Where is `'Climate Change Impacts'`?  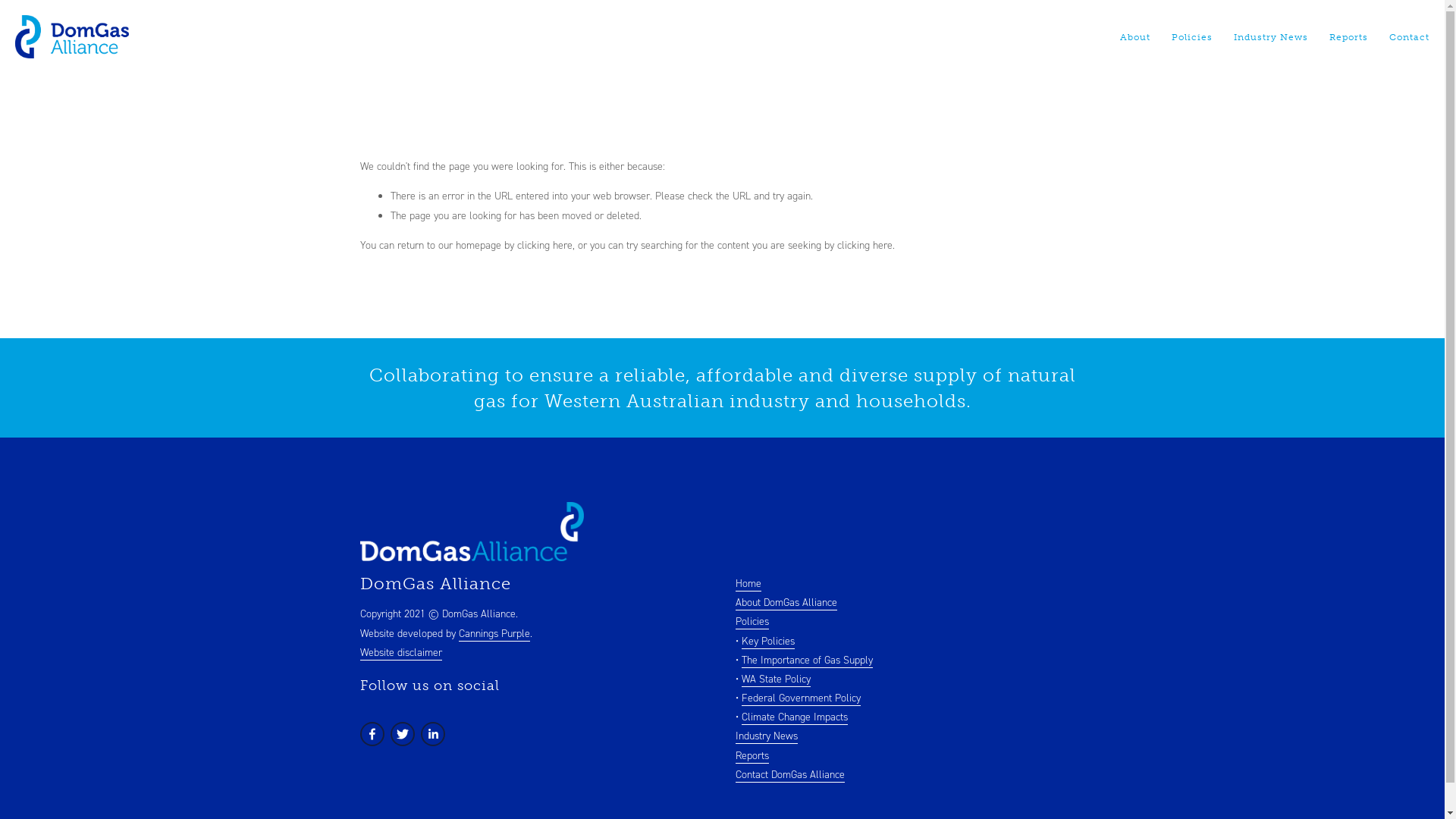 'Climate Change Impacts' is located at coordinates (793, 717).